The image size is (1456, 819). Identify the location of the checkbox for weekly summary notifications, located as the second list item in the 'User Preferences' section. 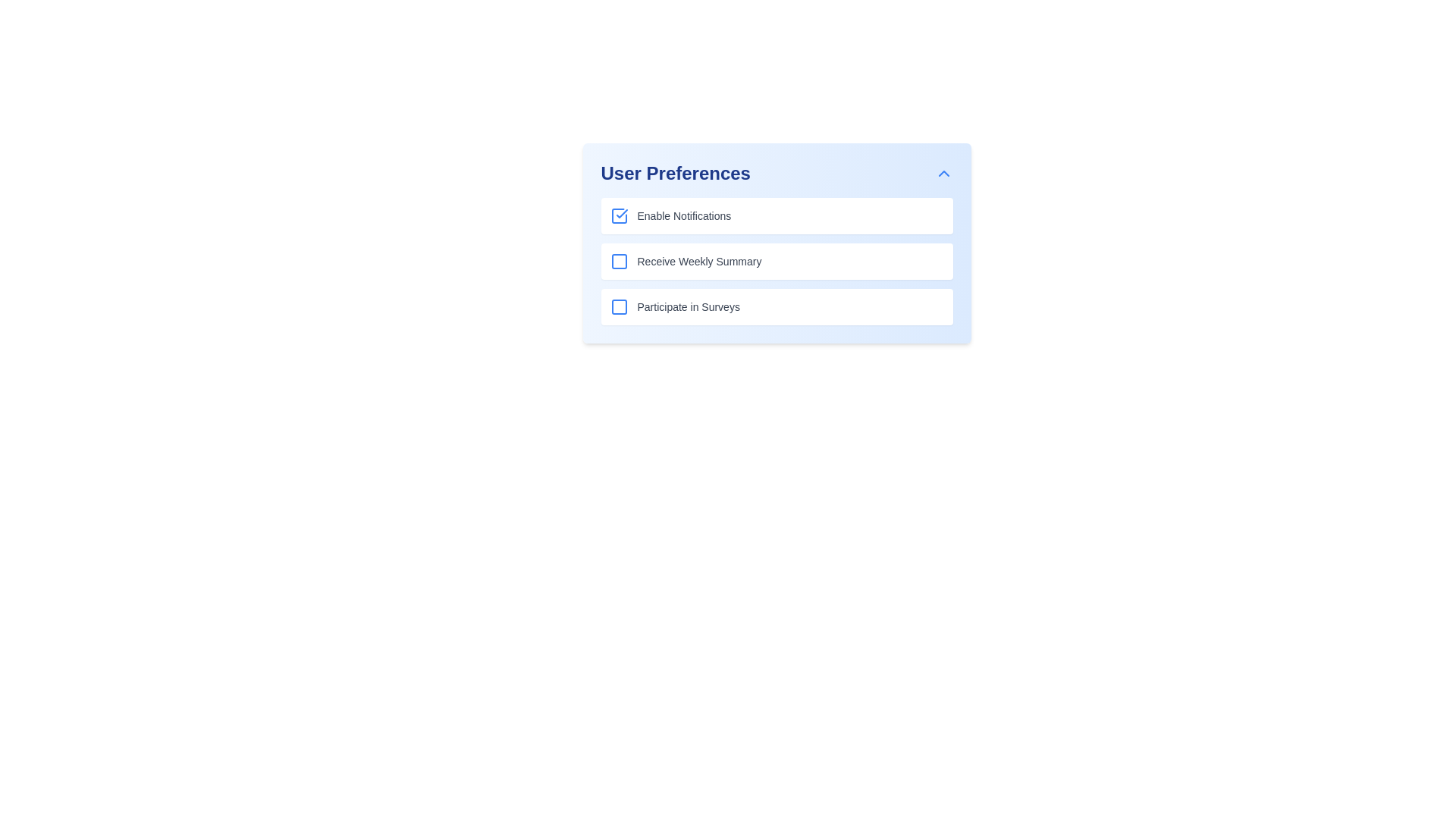
(777, 260).